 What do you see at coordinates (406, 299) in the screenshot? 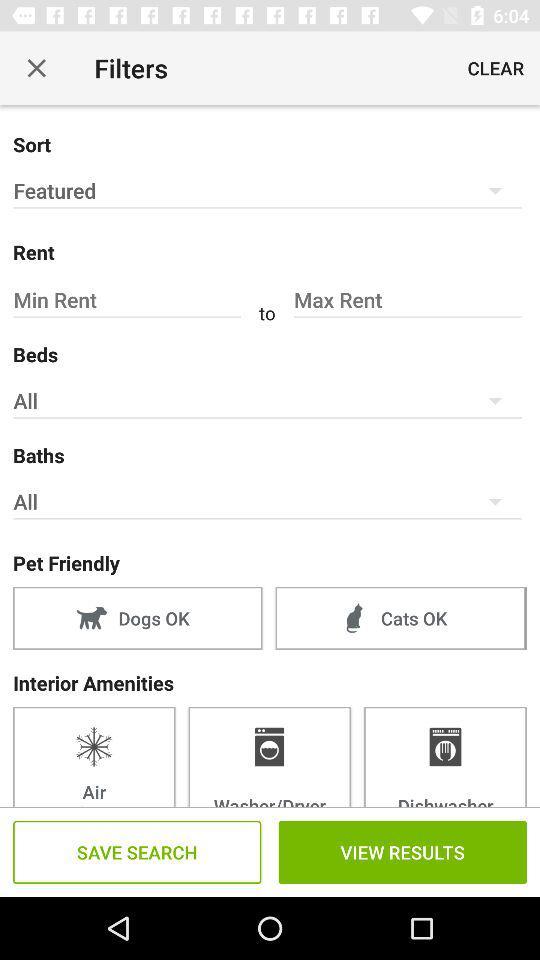
I see `filter the maximum amount of rent` at bounding box center [406, 299].